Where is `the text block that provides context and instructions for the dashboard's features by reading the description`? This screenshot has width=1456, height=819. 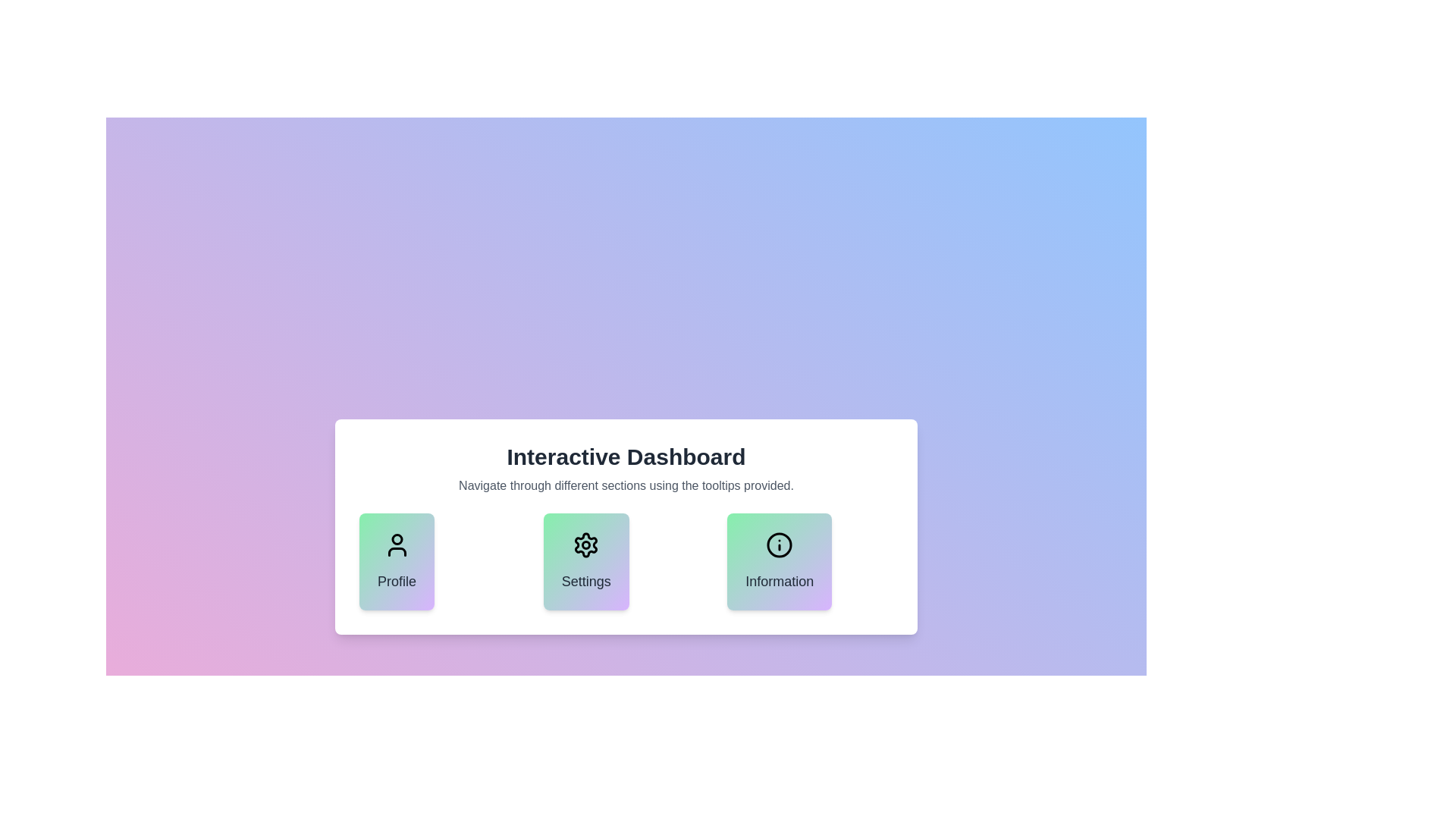 the text block that provides context and instructions for the dashboard's features by reading the description is located at coordinates (626, 468).